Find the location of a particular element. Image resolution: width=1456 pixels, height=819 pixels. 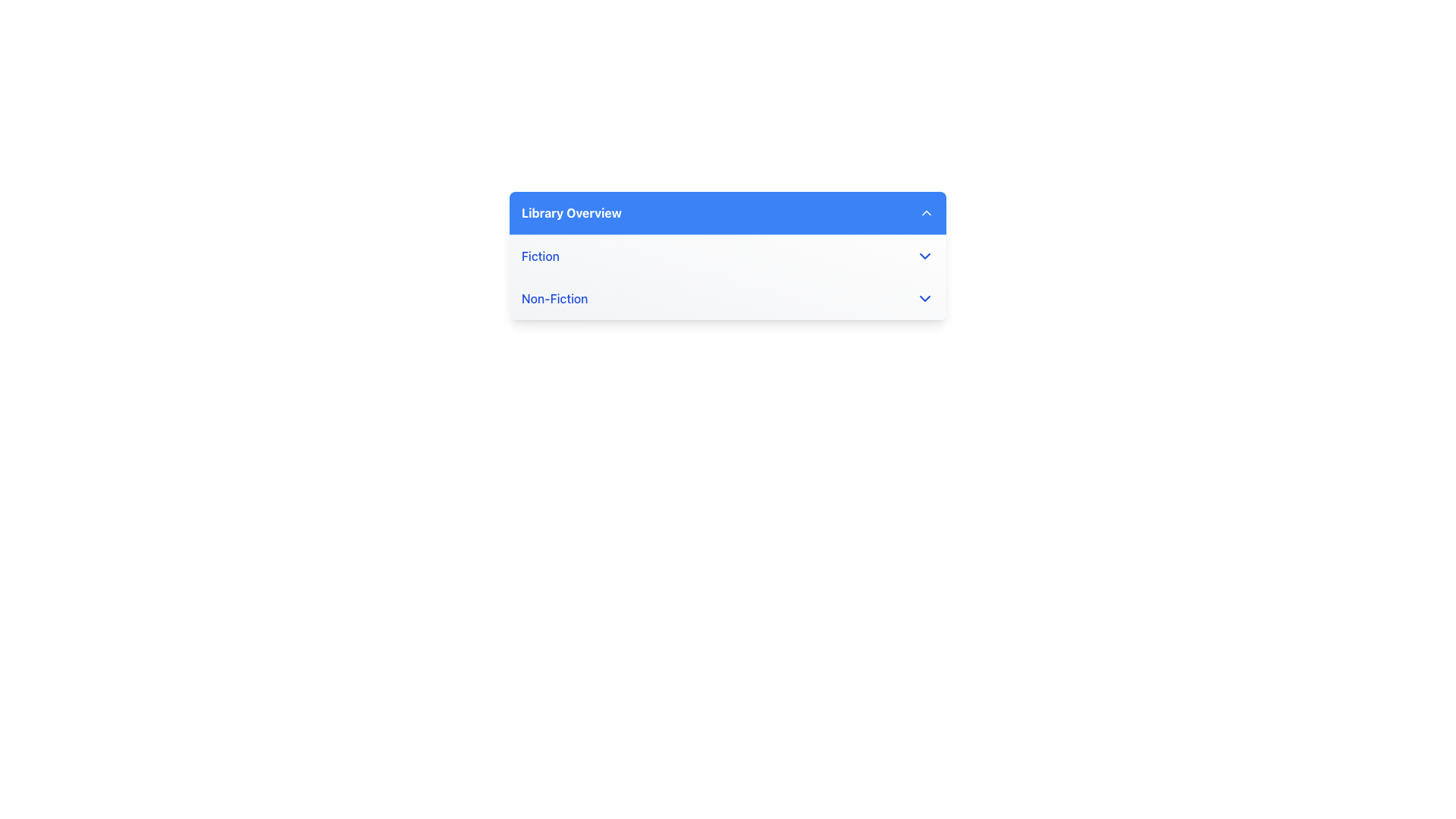

the collapsible dropdown menu icon located to the right of the 'Fiction' text is located at coordinates (924, 256).